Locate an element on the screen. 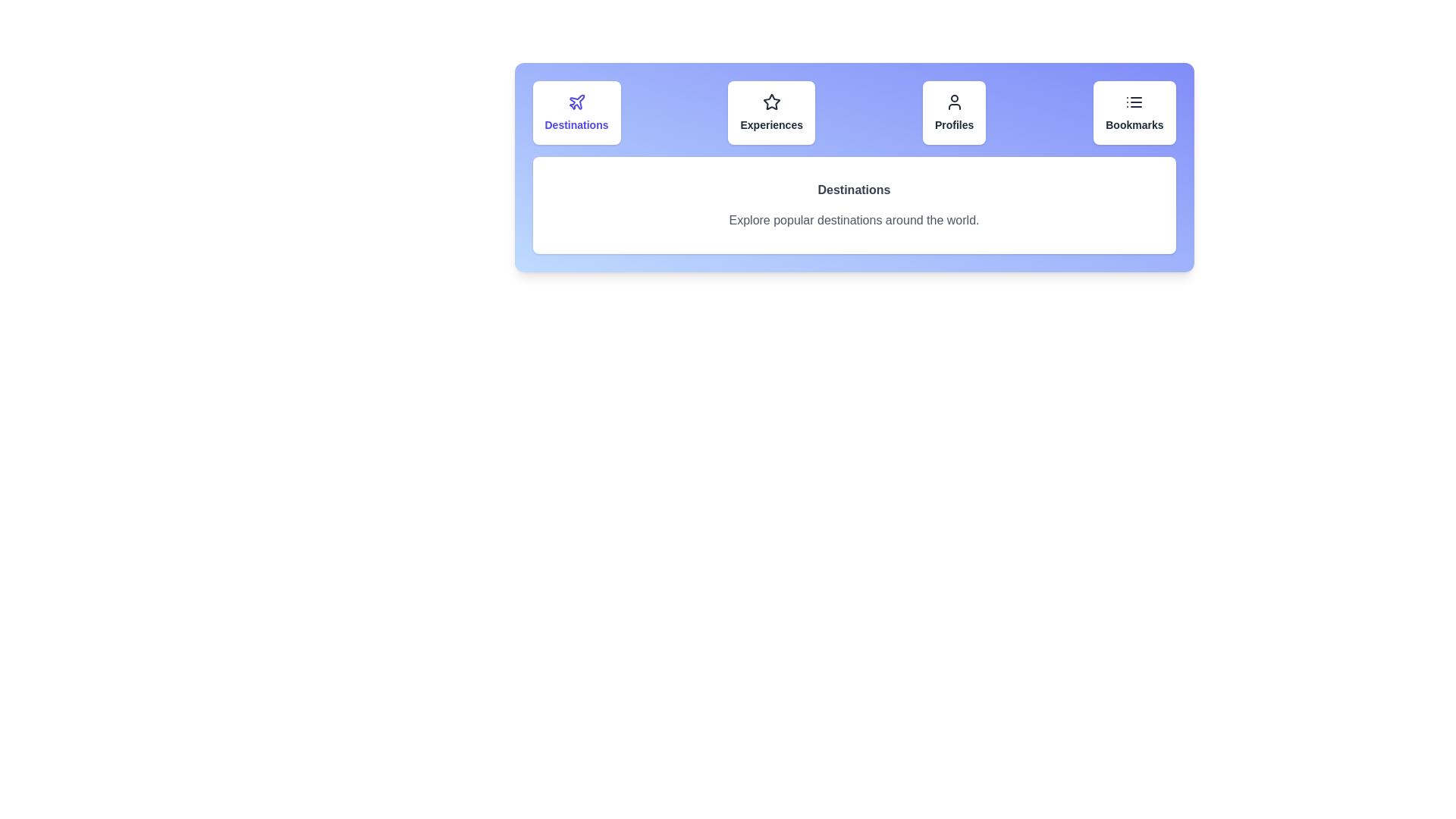 The width and height of the screenshot is (1456, 819). the tab corresponding to Destinations is located at coordinates (576, 112).